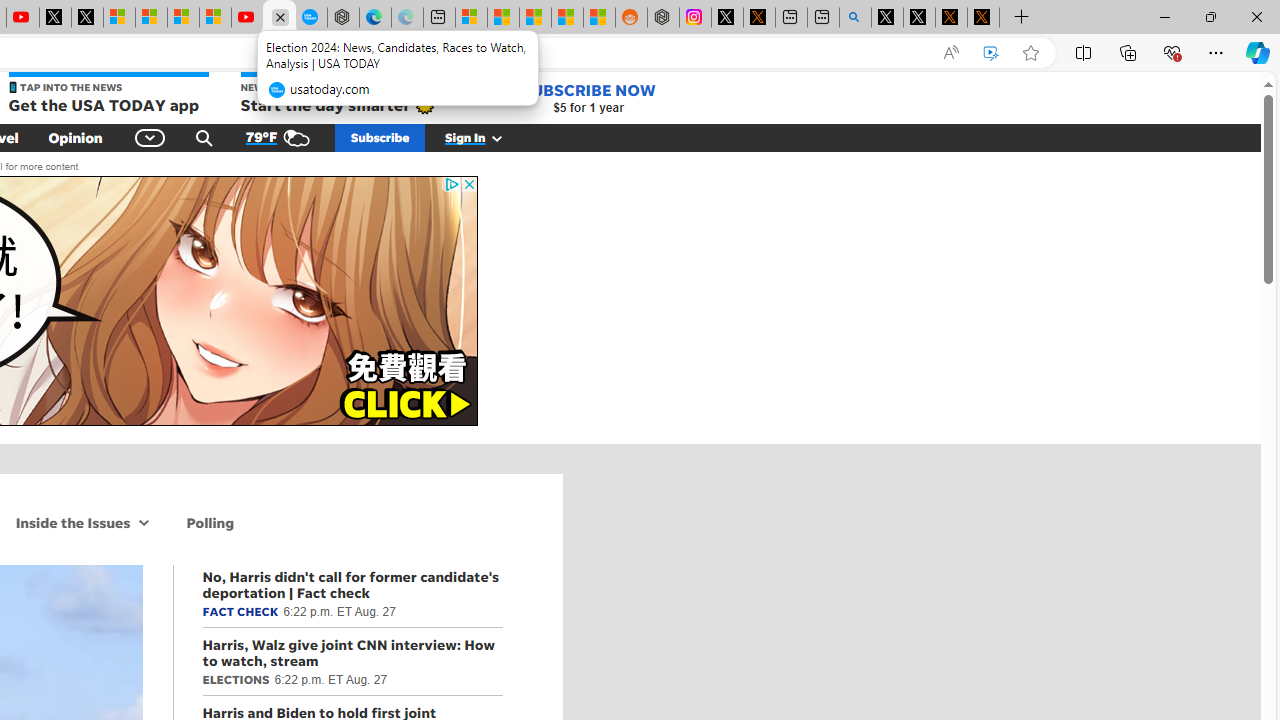 This screenshot has width=1280, height=720. I want to click on 'Polling', so click(210, 521).